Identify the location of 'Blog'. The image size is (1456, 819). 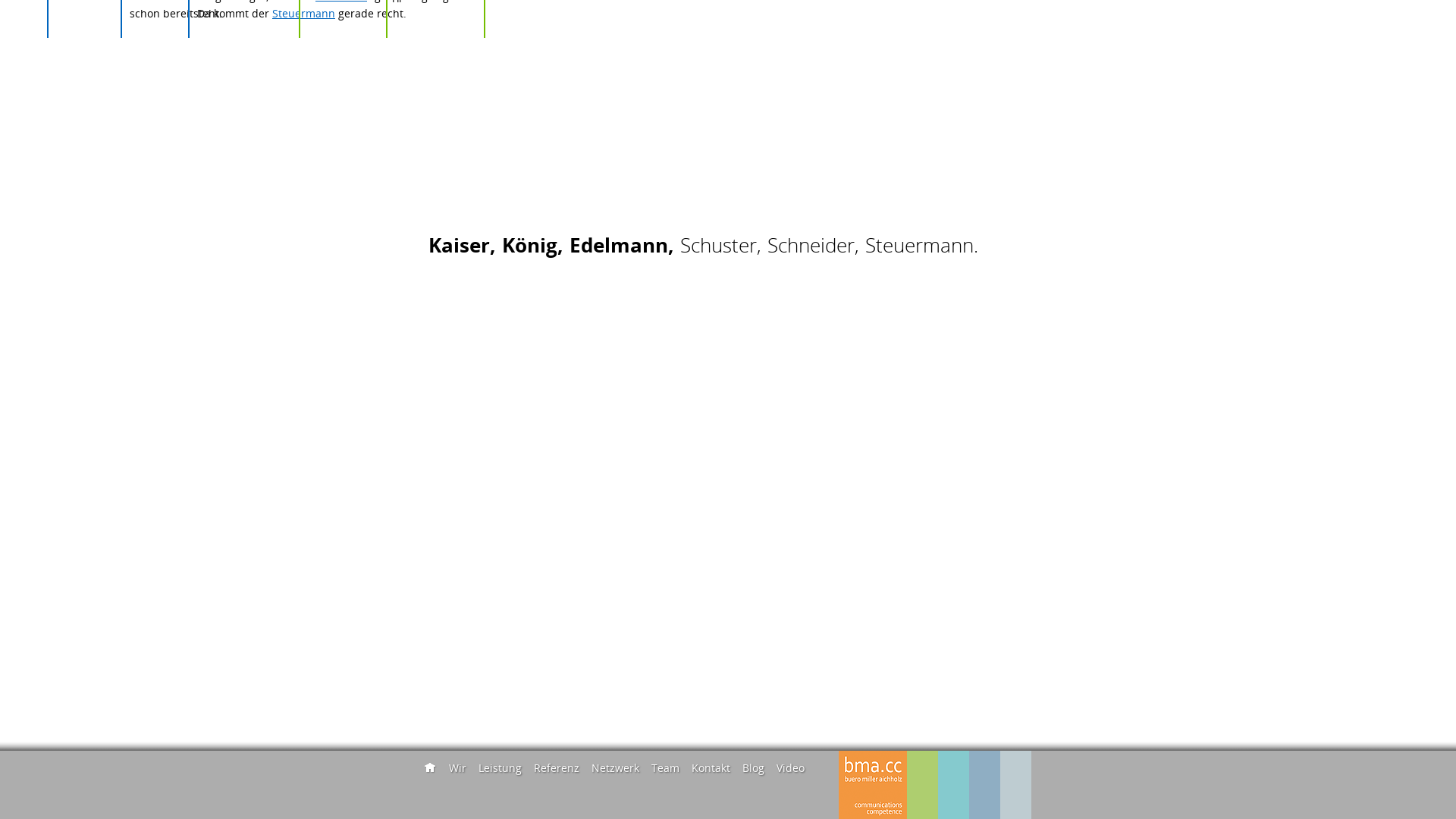
(753, 767).